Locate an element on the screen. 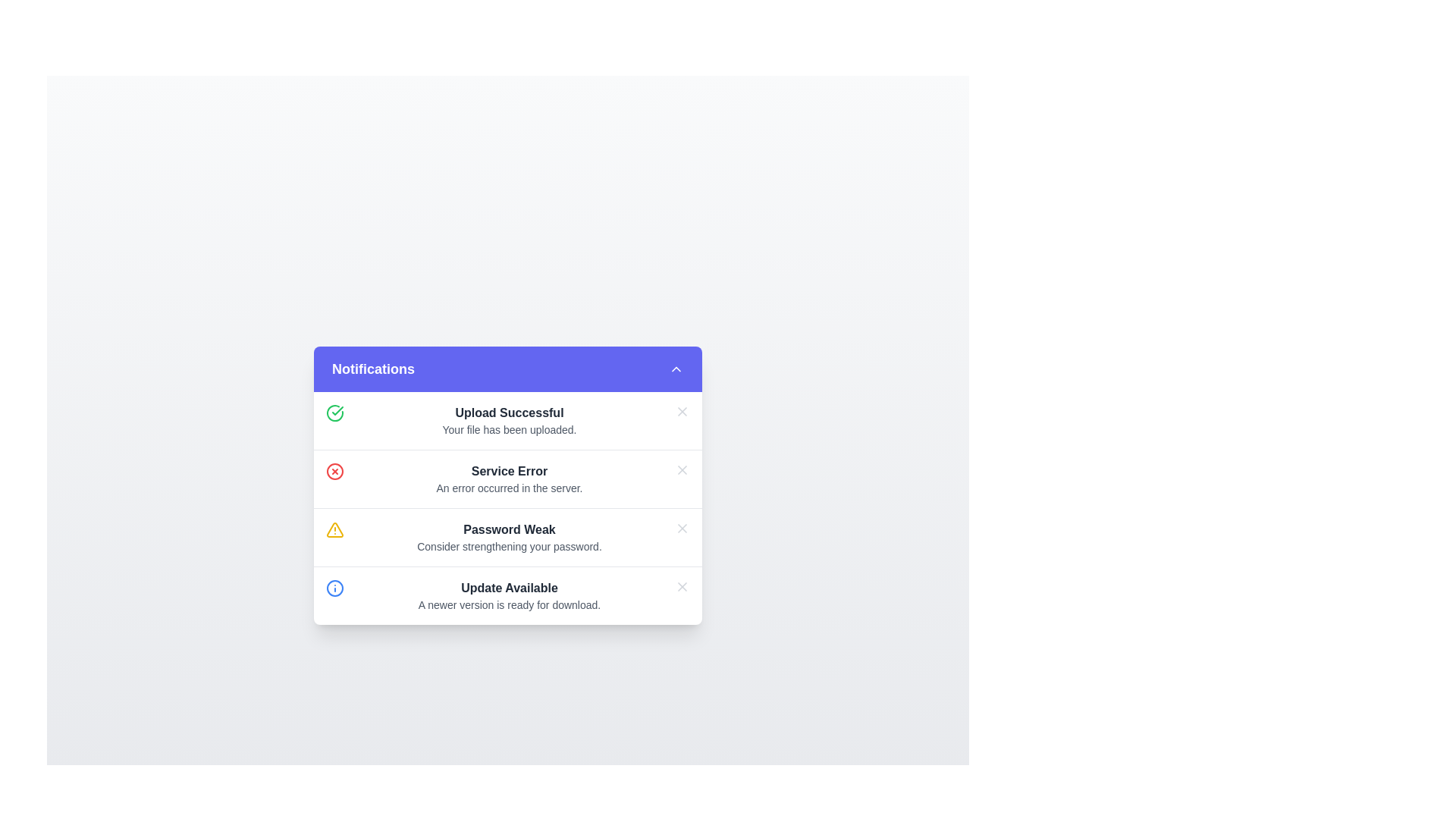 Image resolution: width=1456 pixels, height=819 pixels. the green circle icon with a white checkmark that indicates a successful action, located within the 'Upload Successful' notification is located at coordinates (334, 412).